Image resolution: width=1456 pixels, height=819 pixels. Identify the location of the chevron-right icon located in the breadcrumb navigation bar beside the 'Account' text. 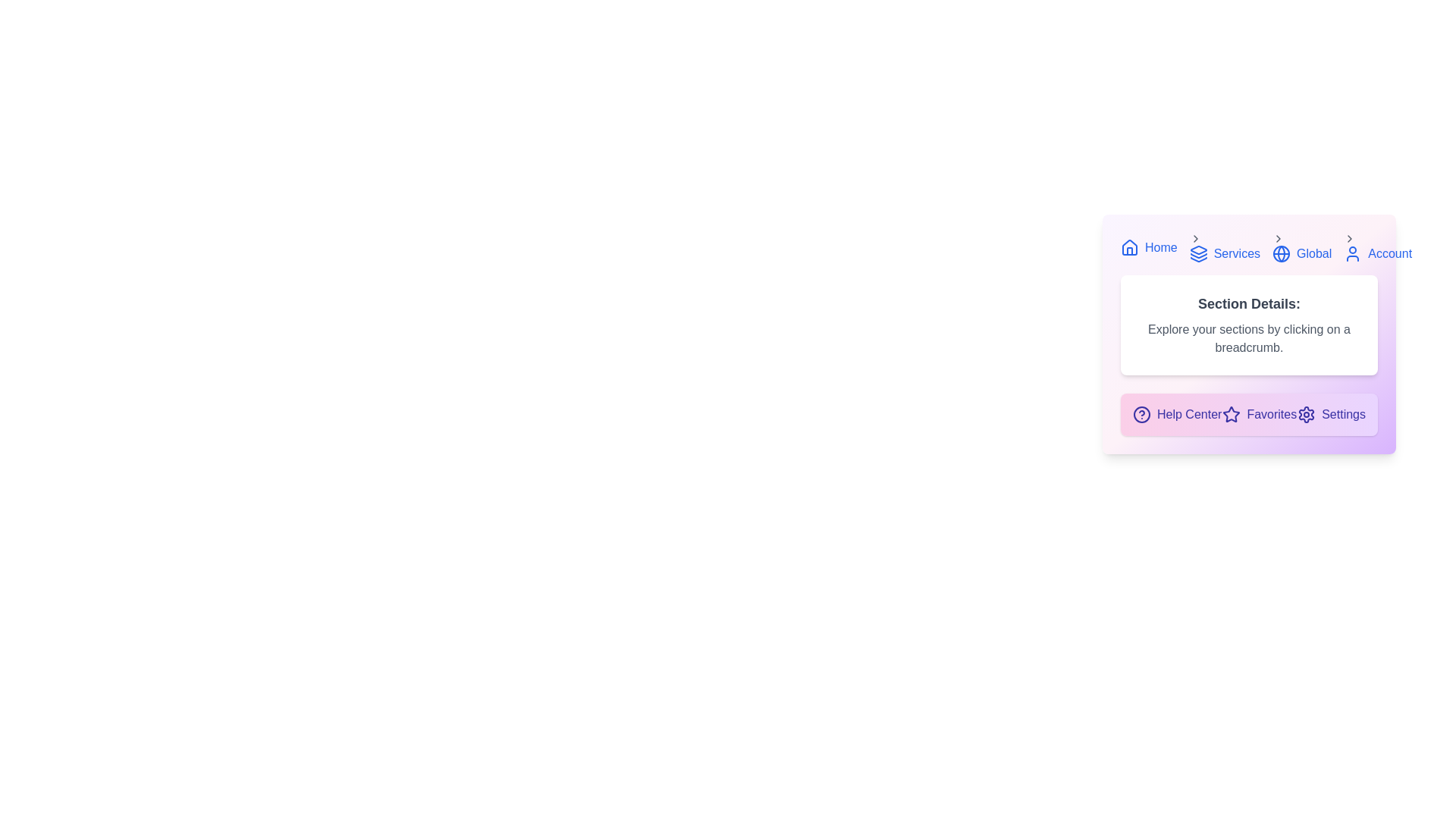
(1350, 239).